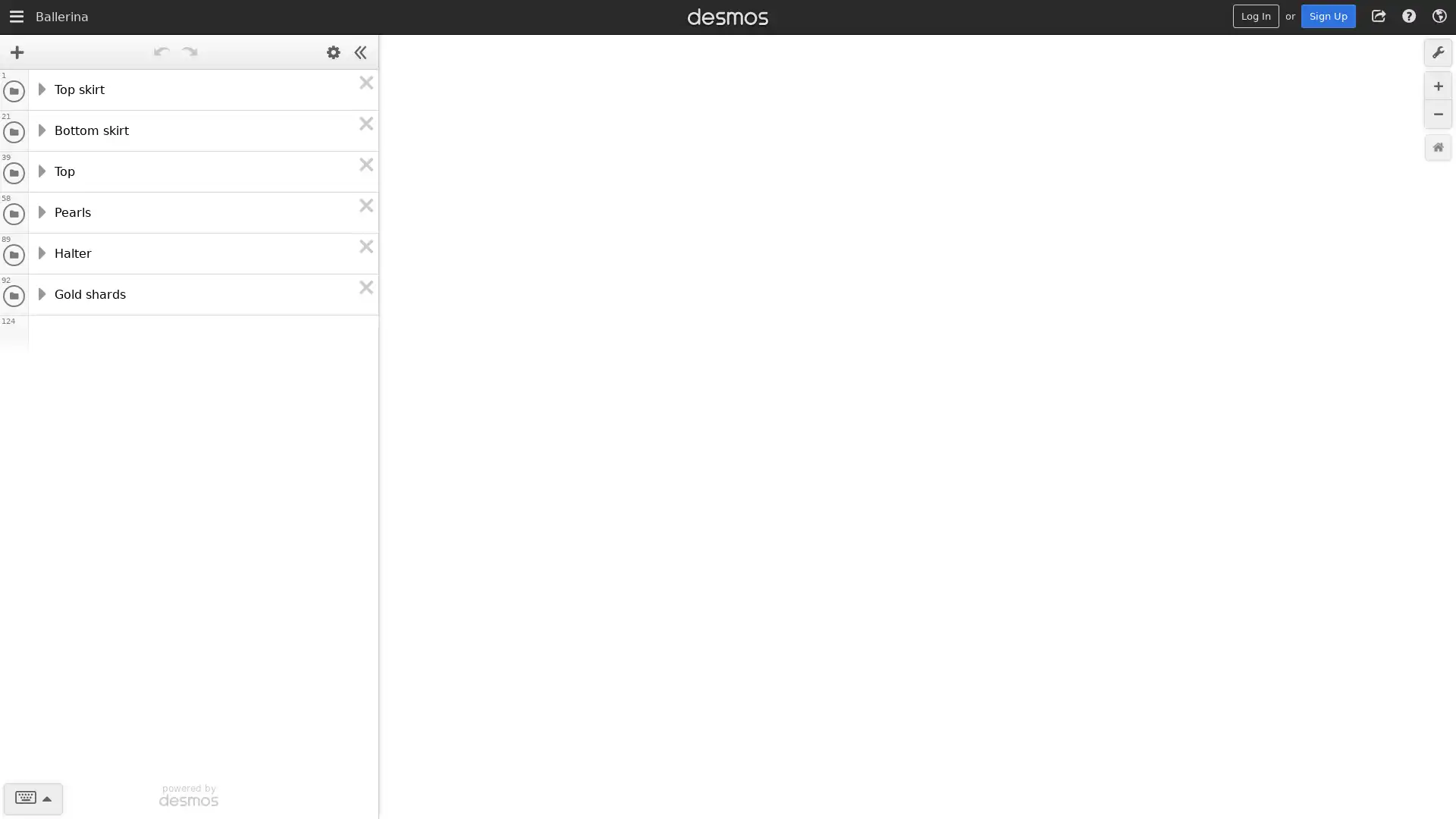 This screenshot has width=1456, height=819. What do you see at coordinates (40, 210) in the screenshot?
I see `Collapse Folder` at bounding box center [40, 210].